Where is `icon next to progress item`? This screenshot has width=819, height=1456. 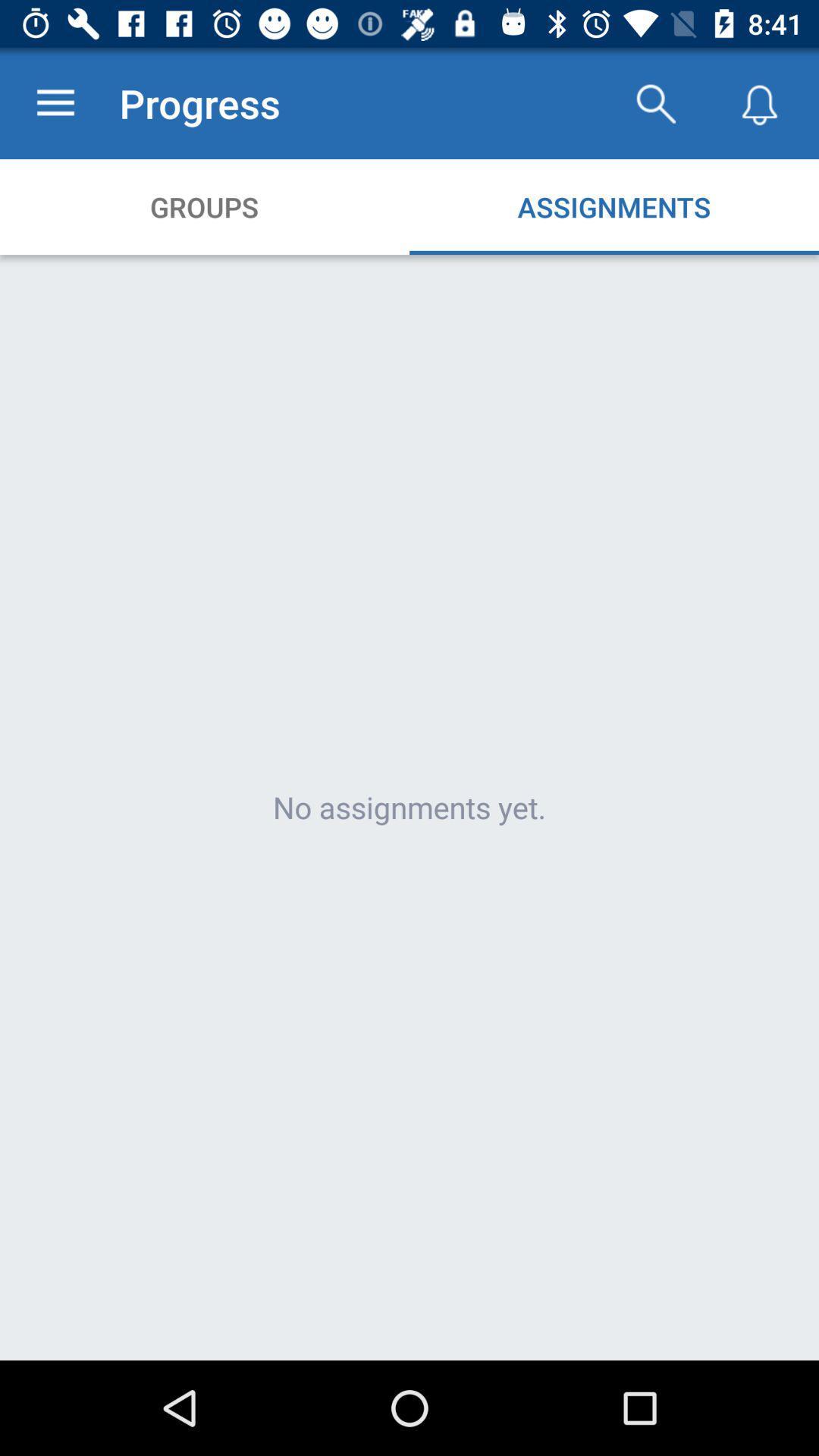 icon next to progress item is located at coordinates (654, 102).